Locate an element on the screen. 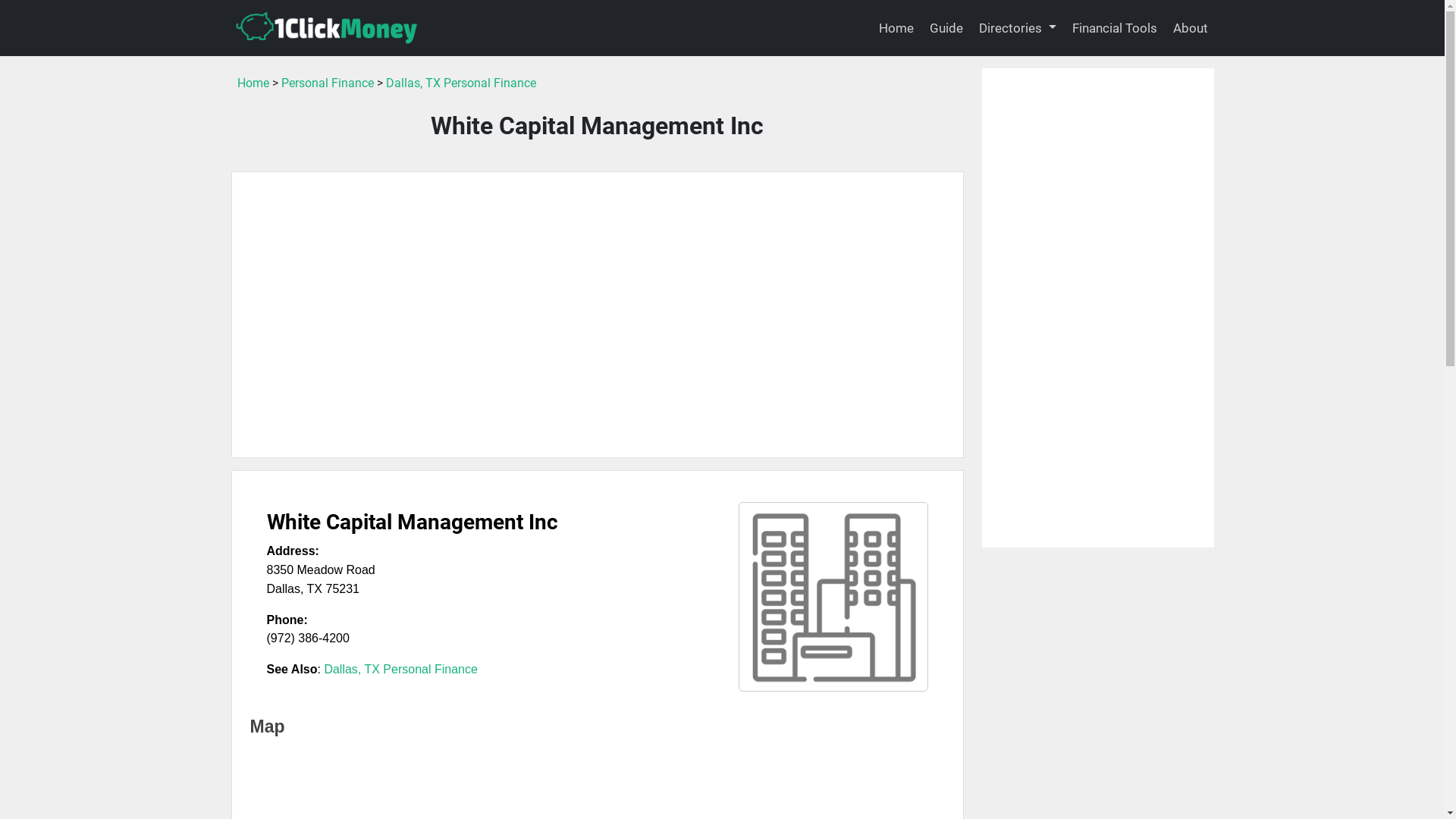  'Guide' is located at coordinates (946, 28).